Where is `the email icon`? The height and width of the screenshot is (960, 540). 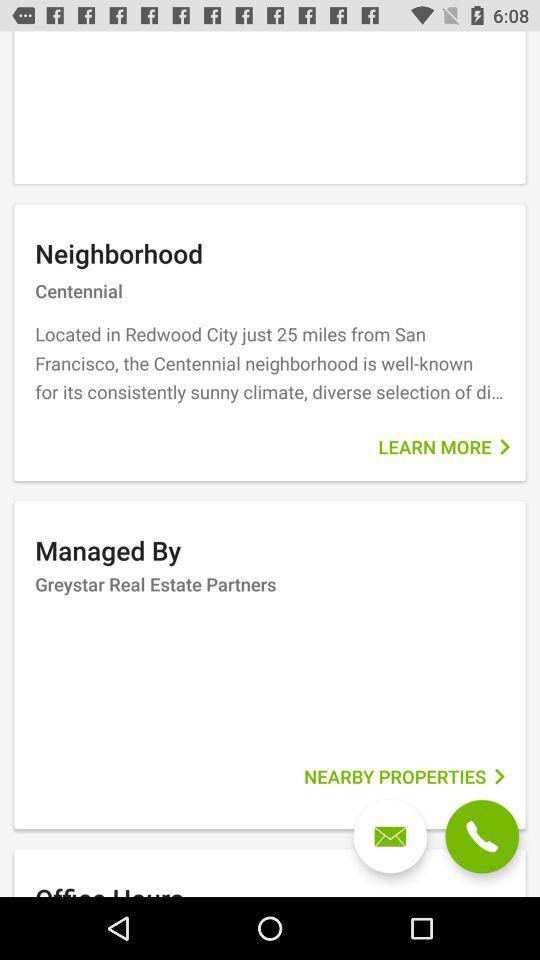
the email icon is located at coordinates (390, 836).